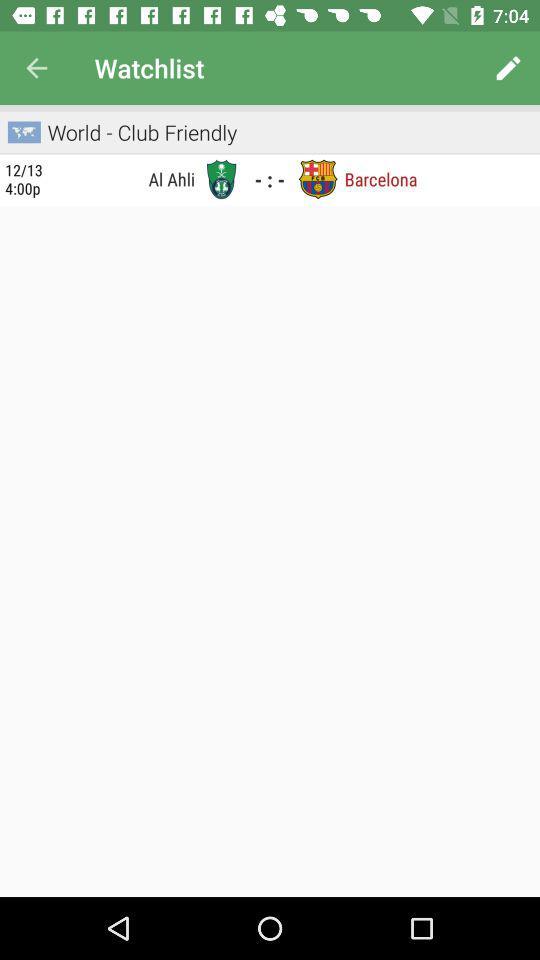  Describe the element at coordinates (36, 68) in the screenshot. I see `the item to the left of the watchlist` at that location.